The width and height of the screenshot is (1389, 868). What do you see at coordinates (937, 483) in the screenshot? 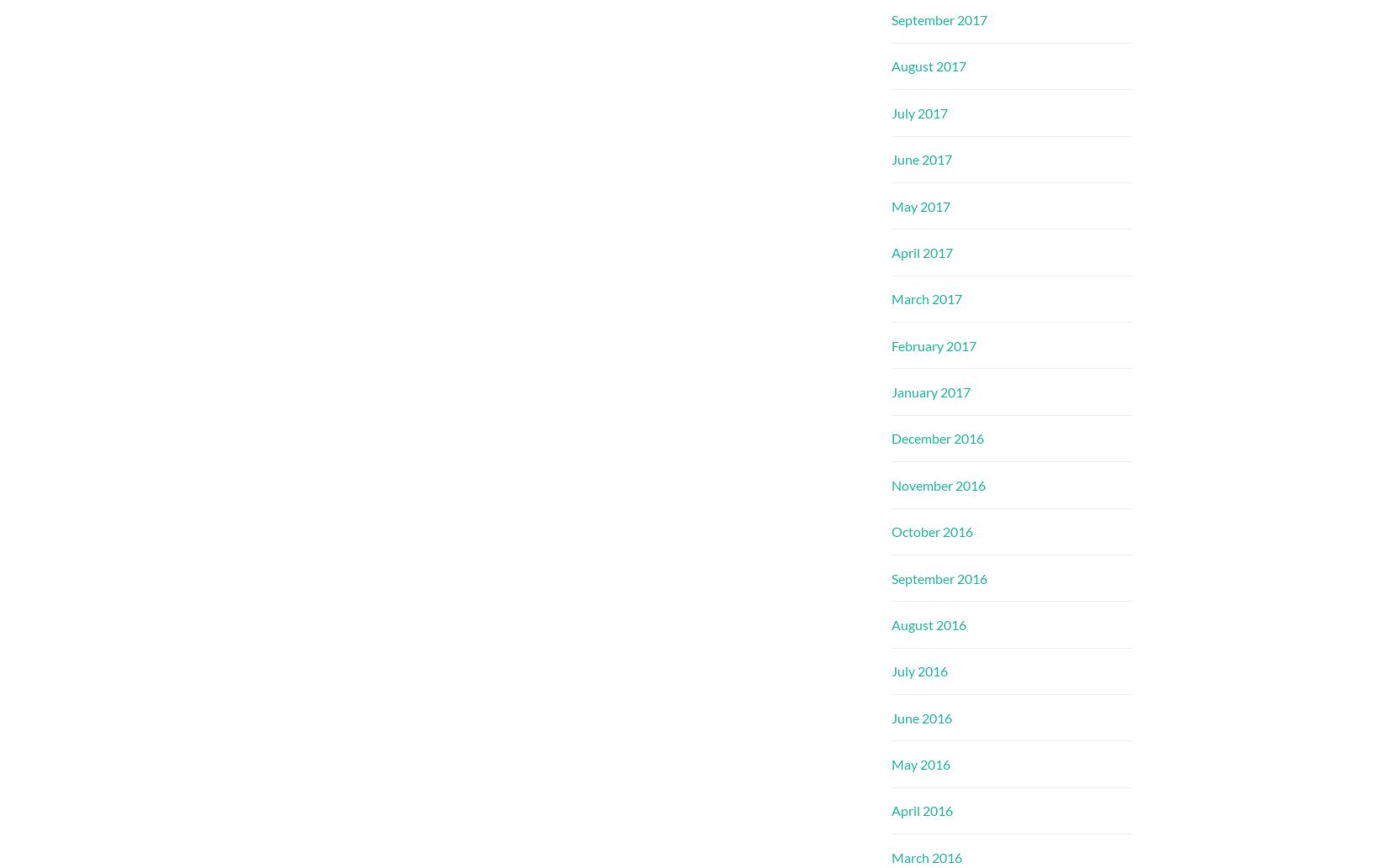
I see `'November 2016'` at bounding box center [937, 483].